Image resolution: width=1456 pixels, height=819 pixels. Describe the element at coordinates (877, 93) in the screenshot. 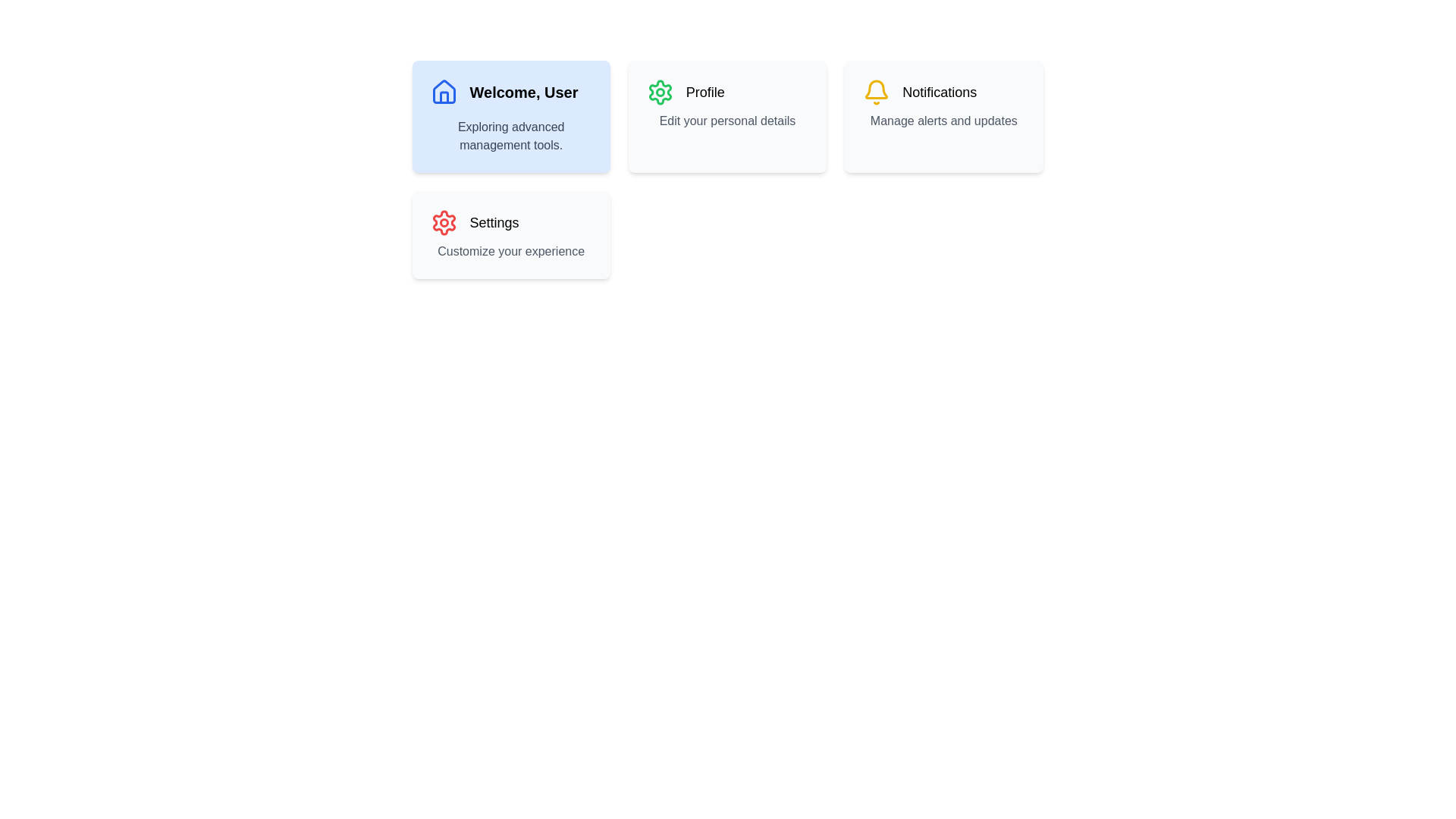

I see `the bell-shaped notification icon, which is yellow and located on the left side of the Notifications section` at that location.